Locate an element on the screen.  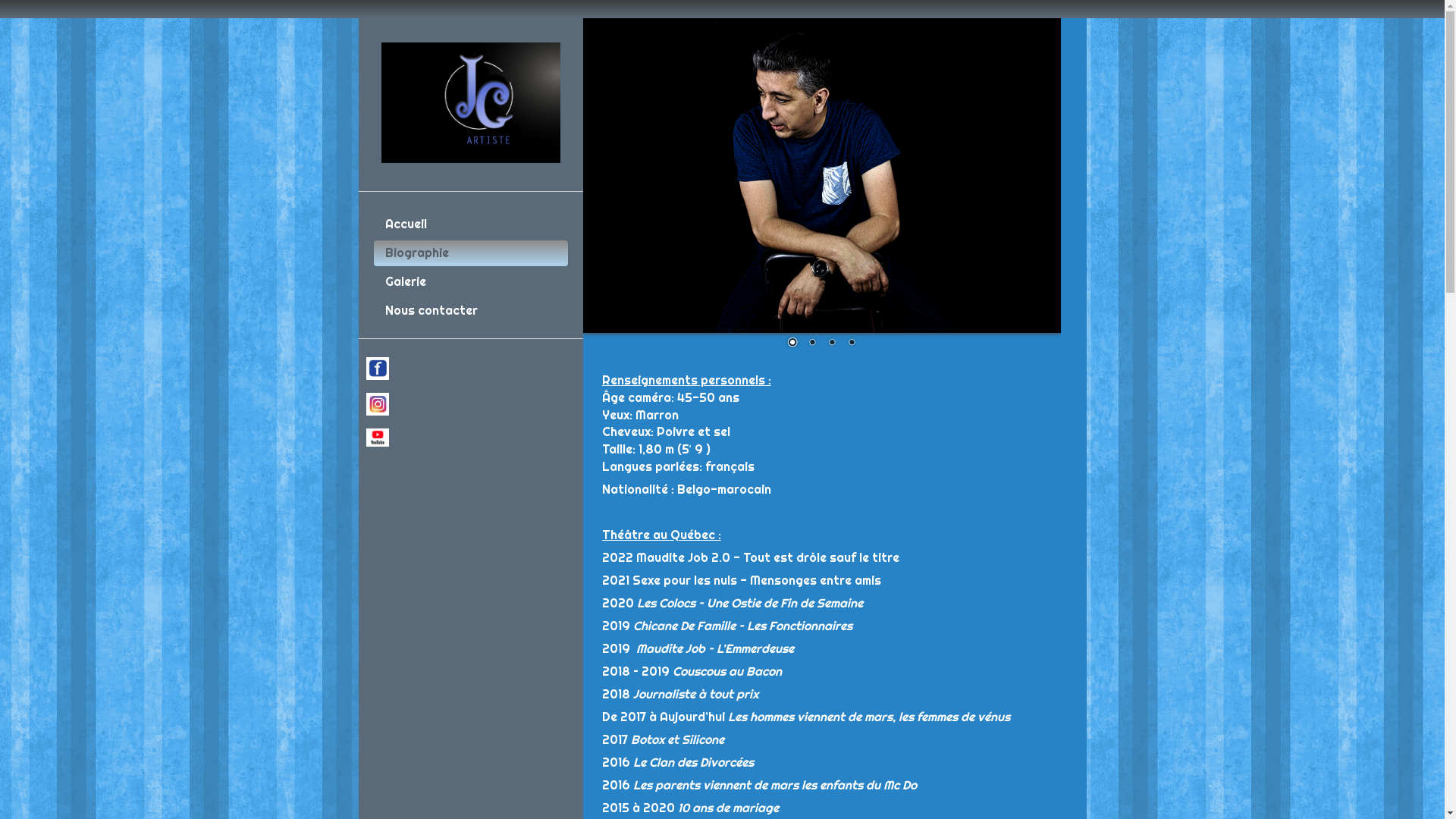
'Accueil' is located at coordinates (469, 224).